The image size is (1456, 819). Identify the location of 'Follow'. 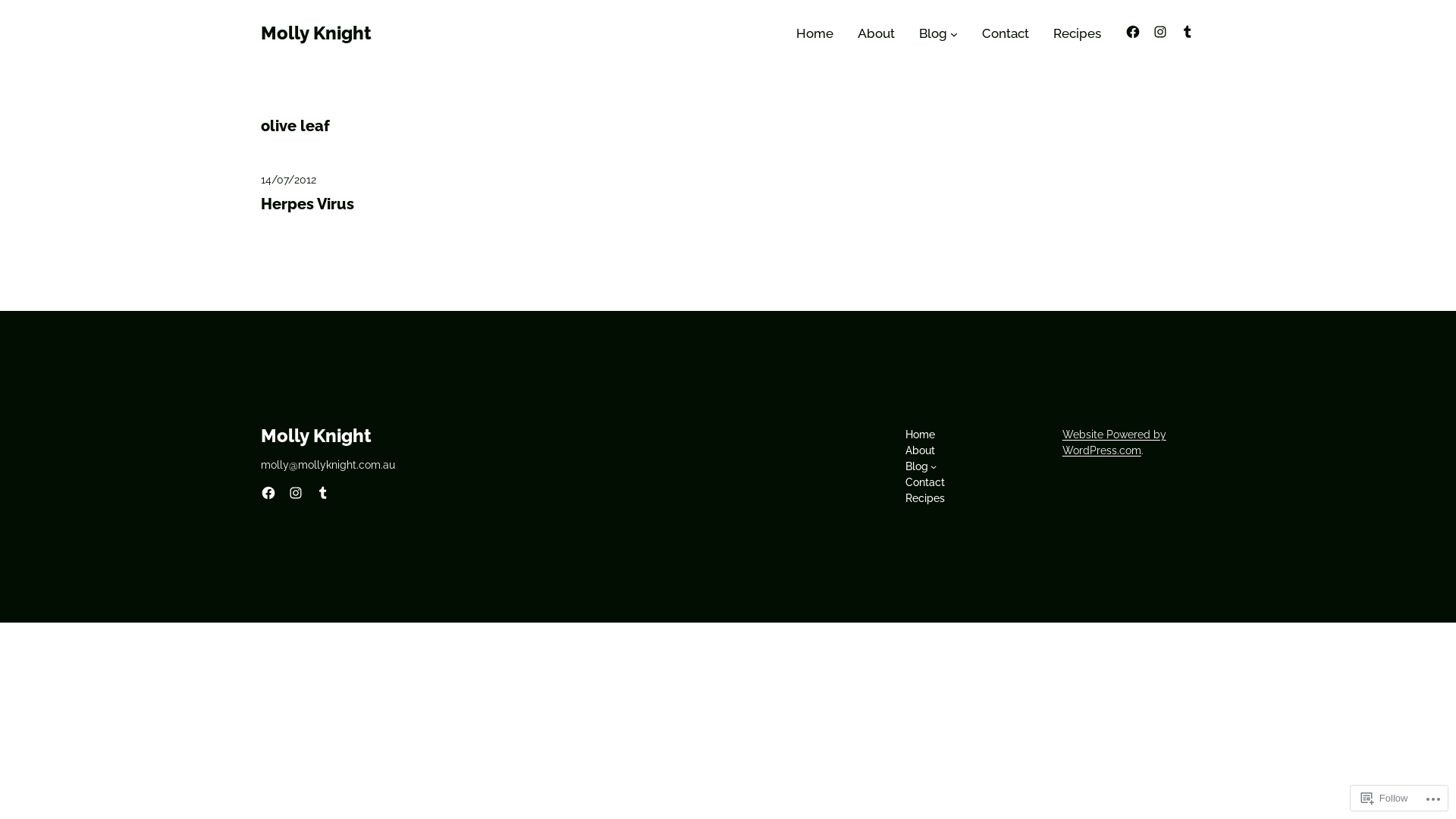
(1384, 797).